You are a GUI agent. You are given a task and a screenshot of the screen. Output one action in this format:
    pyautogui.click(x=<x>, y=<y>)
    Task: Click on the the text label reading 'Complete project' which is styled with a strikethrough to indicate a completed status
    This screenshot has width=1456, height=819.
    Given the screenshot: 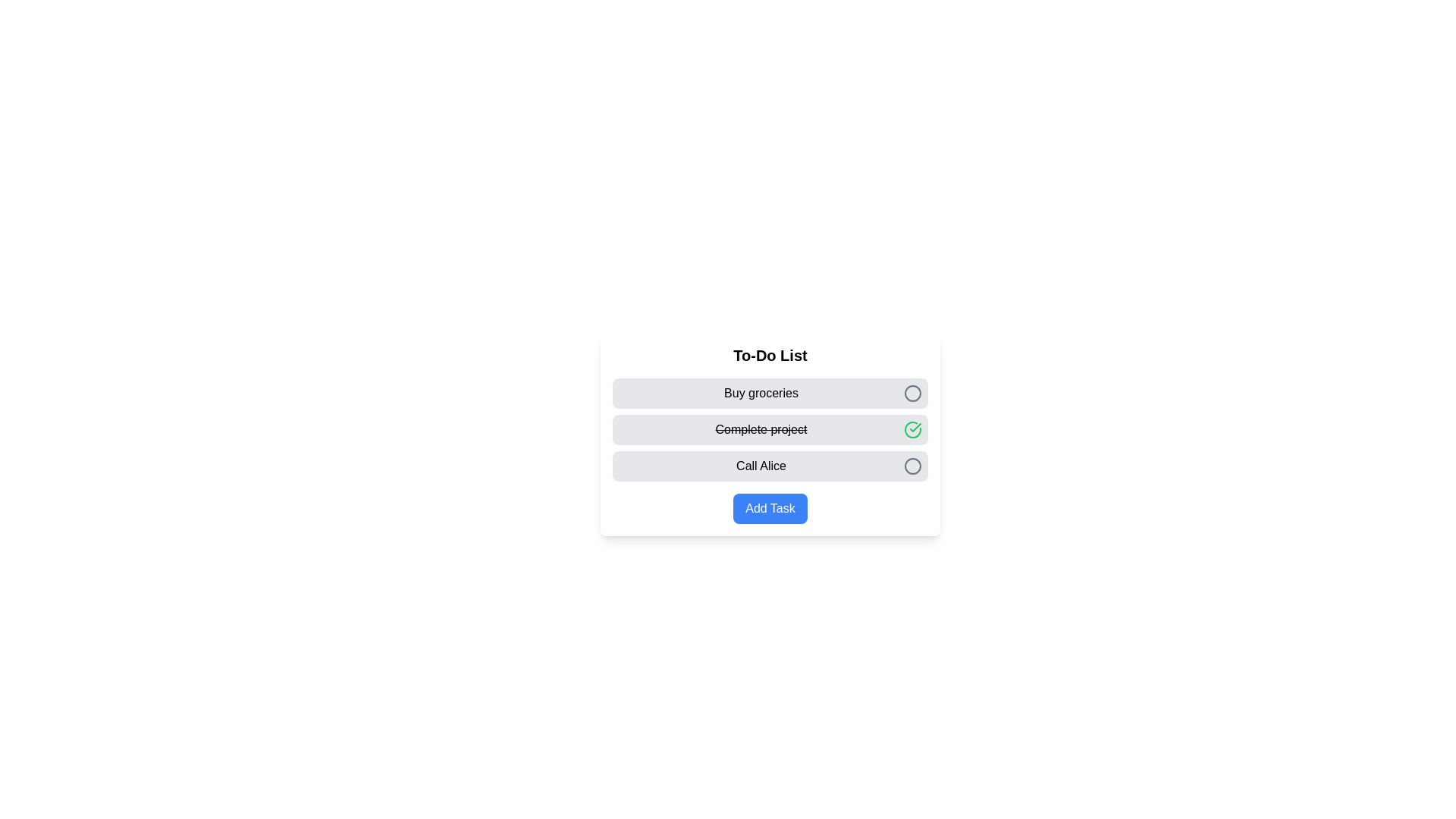 What is the action you would take?
    pyautogui.click(x=761, y=430)
    